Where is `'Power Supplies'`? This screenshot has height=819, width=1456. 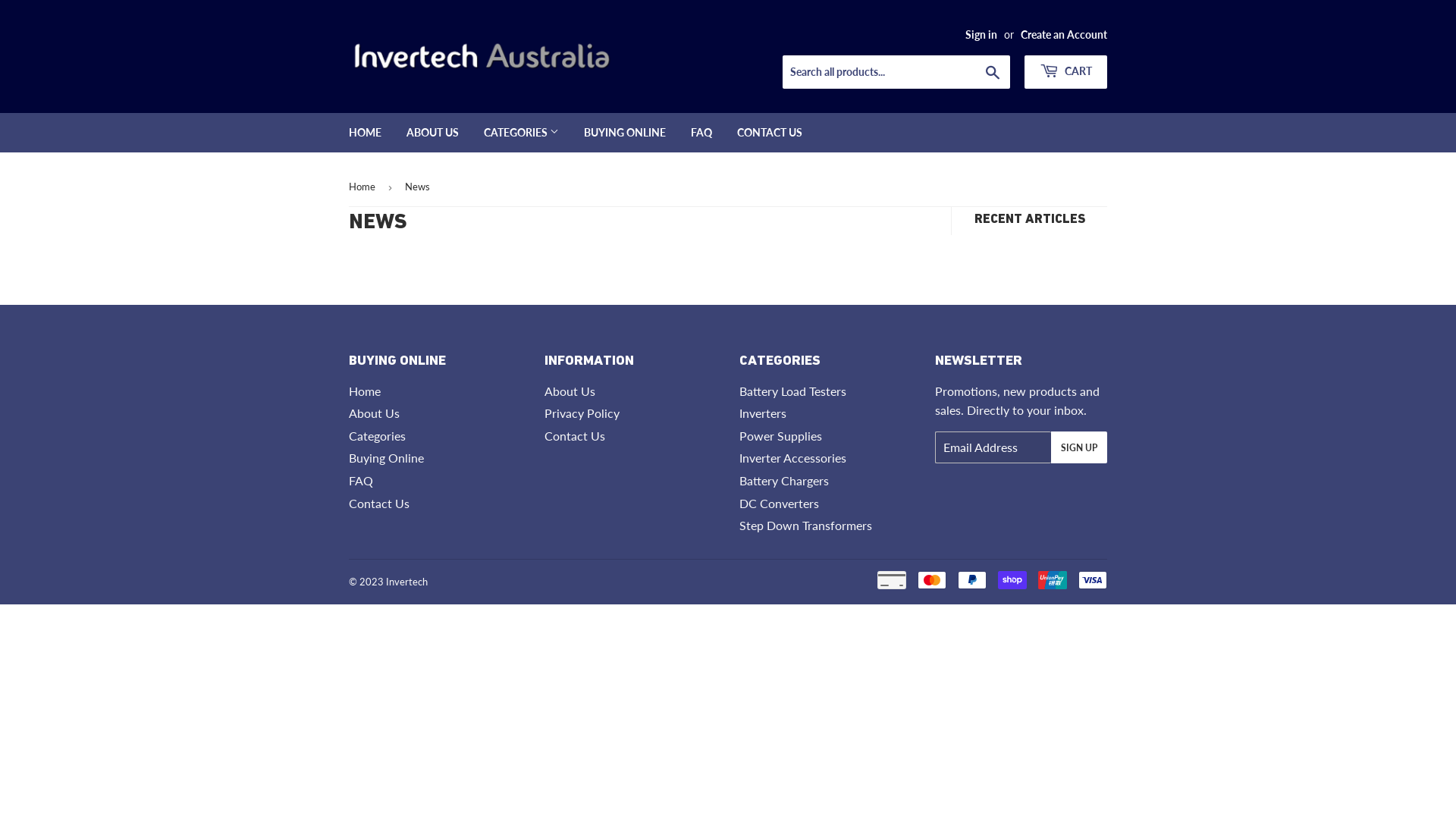 'Power Supplies' is located at coordinates (780, 435).